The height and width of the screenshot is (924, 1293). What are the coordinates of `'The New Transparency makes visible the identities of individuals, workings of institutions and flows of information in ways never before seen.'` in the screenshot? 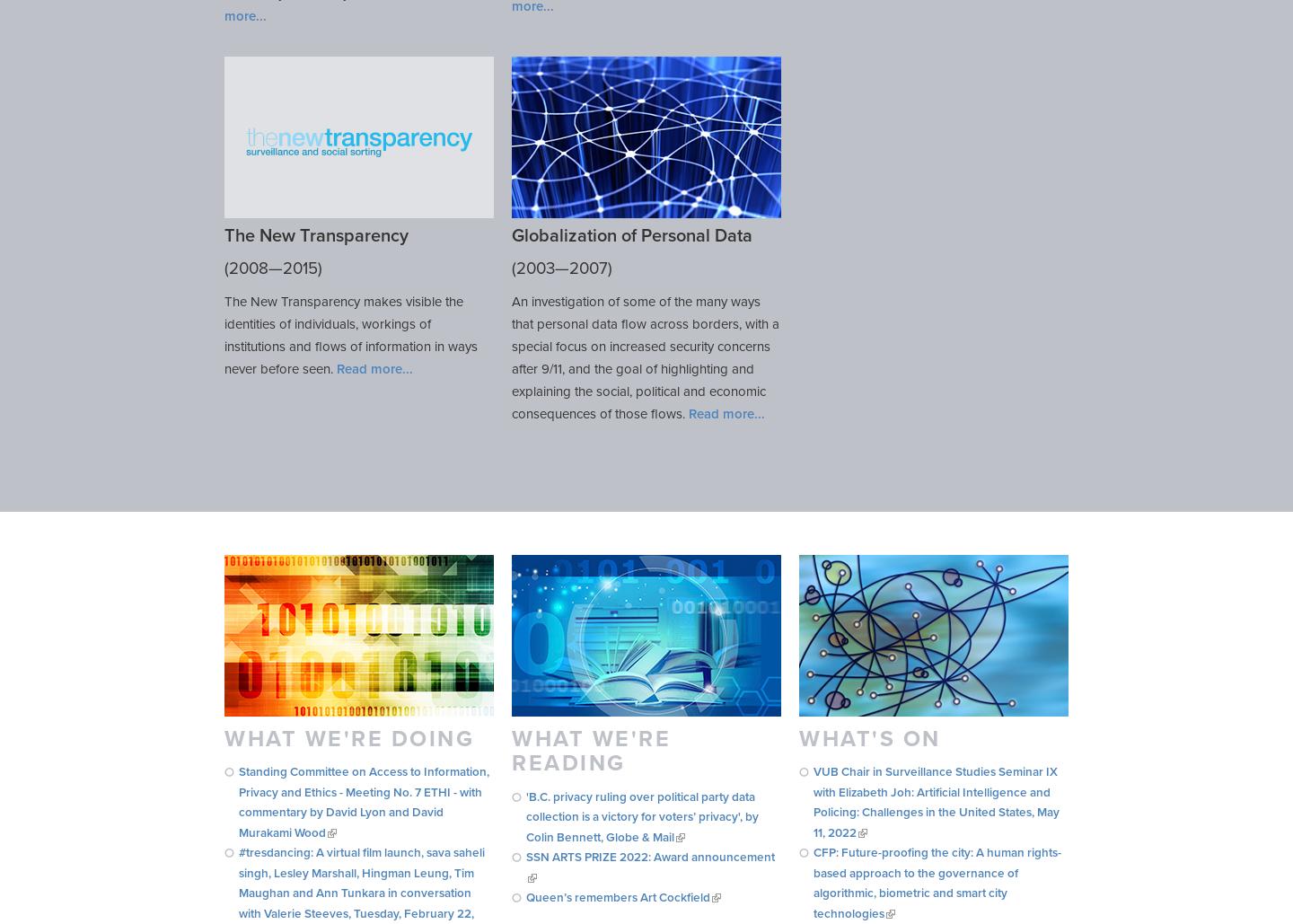 It's located at (223, 333).